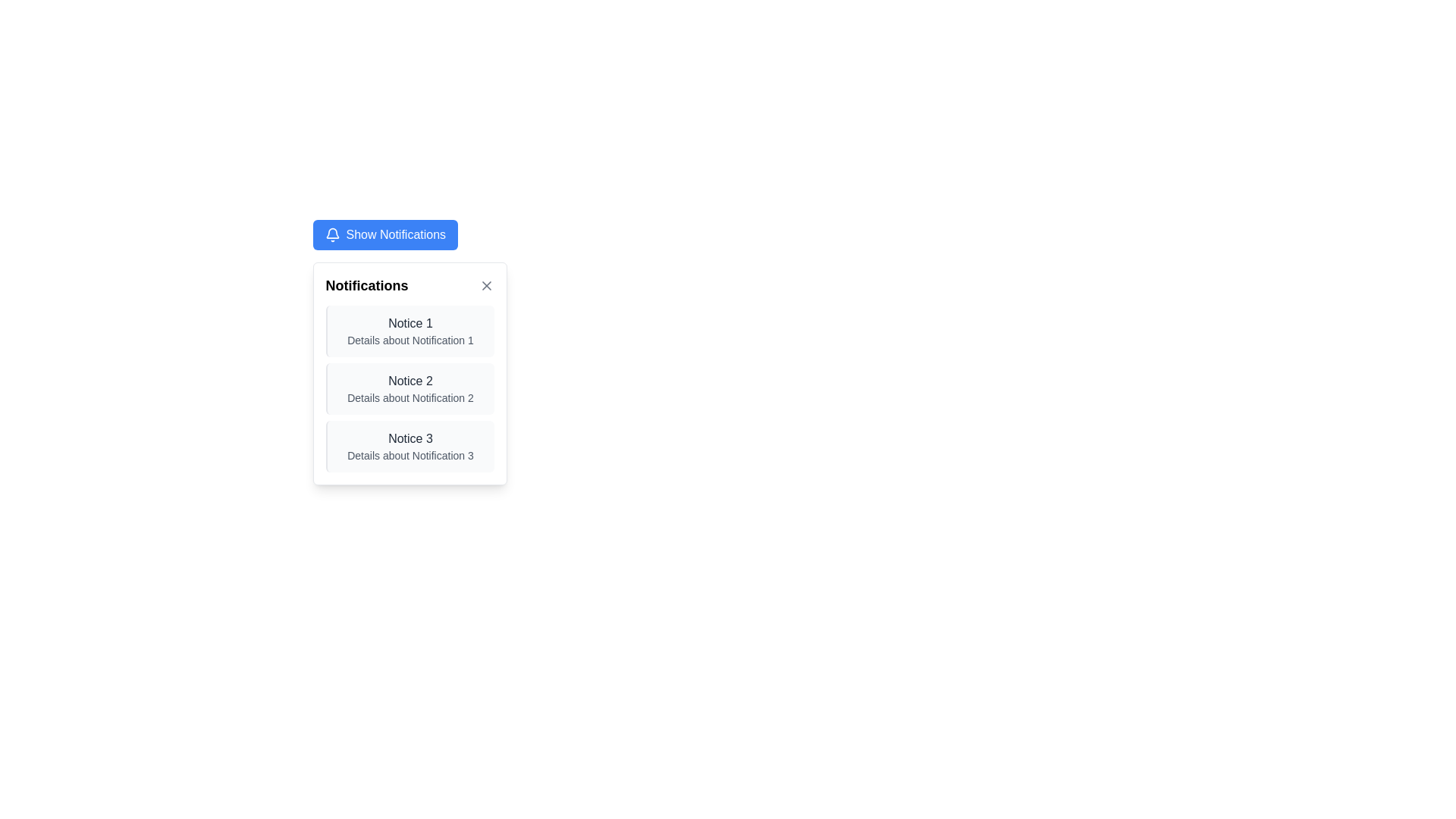 The width and height of the screenshot is (1456, 819). I want to click on the title text of the third notification in the notification list, which is positioned at the top of the last item in the vertical stack, so click(410, 438).